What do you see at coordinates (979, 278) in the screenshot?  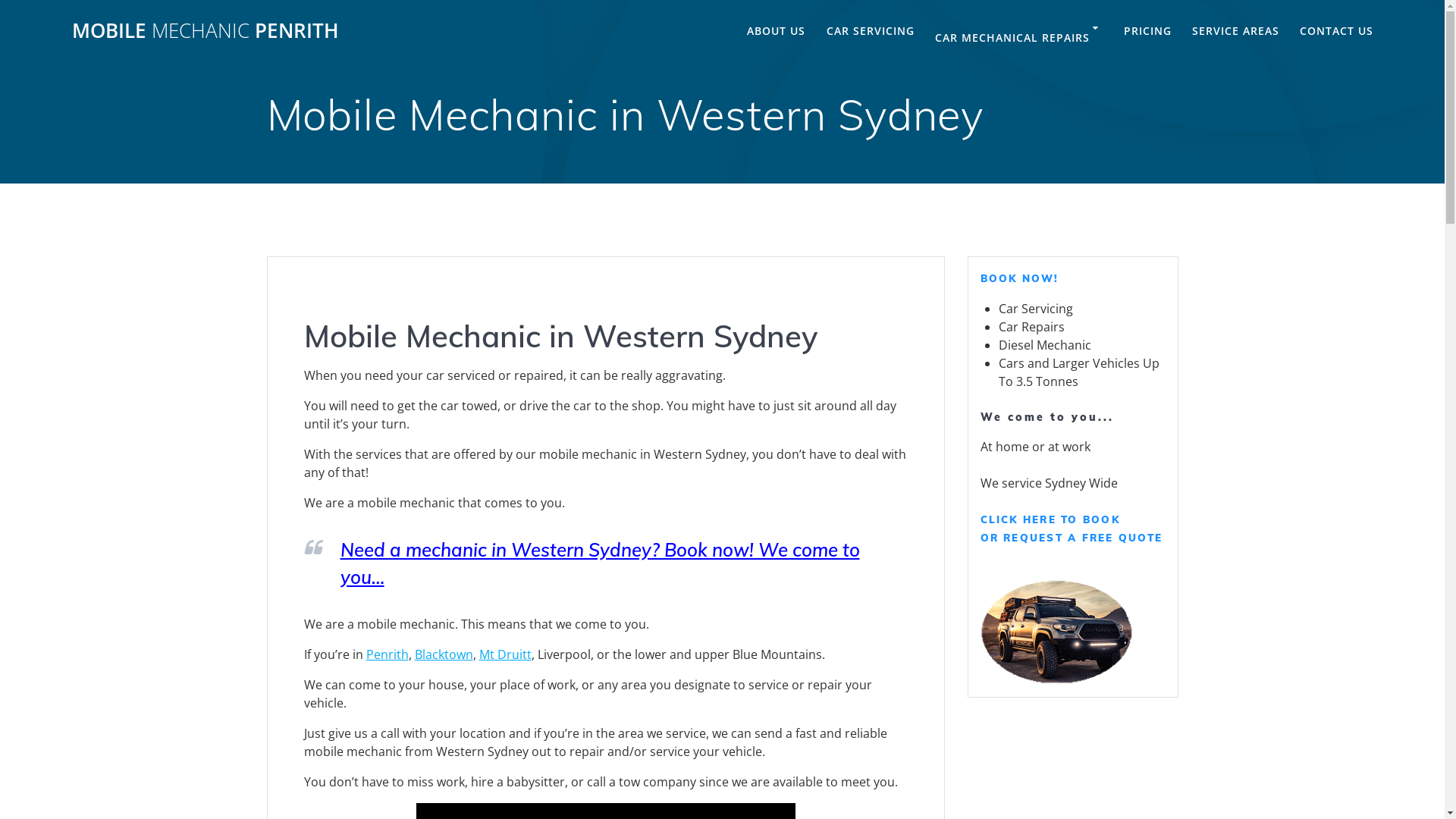 I see `'BOOK NOW!'` at bounding box center [979, 278].